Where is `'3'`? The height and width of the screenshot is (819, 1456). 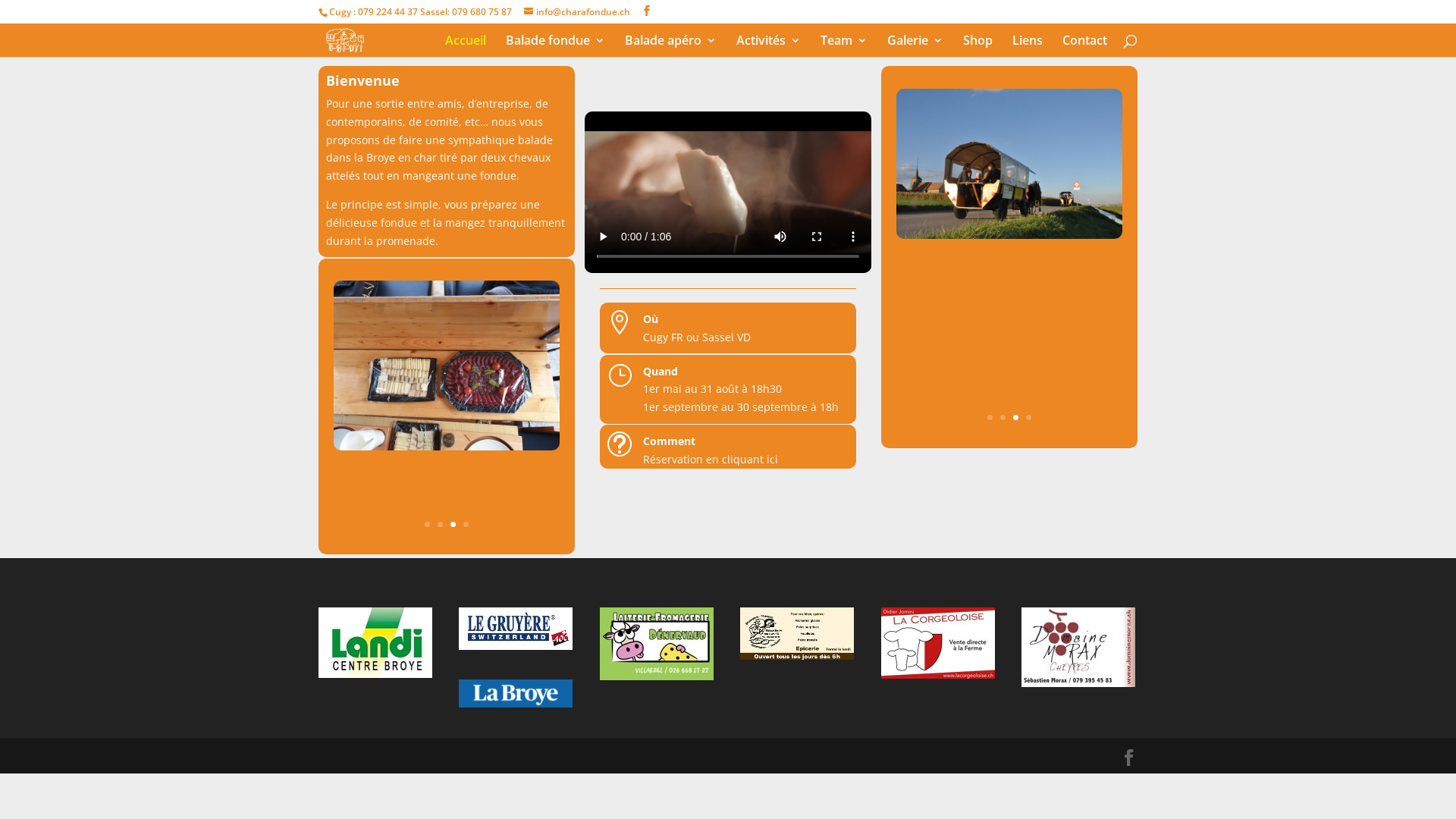
'3' is located at coordinates (452, 523).